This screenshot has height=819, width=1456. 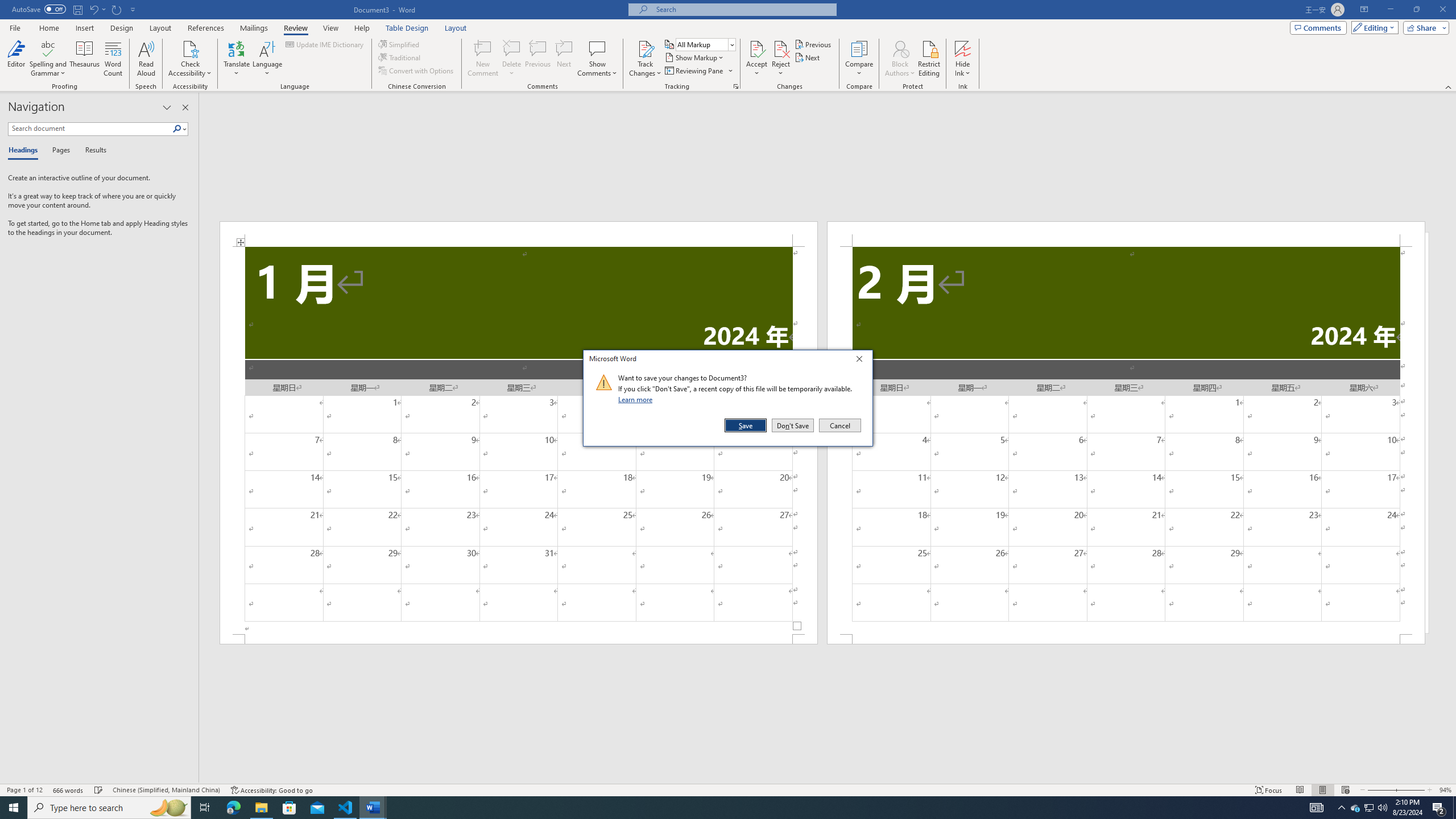 I want to click on 'Word - 2 running windows', so click(x=373, y=806).